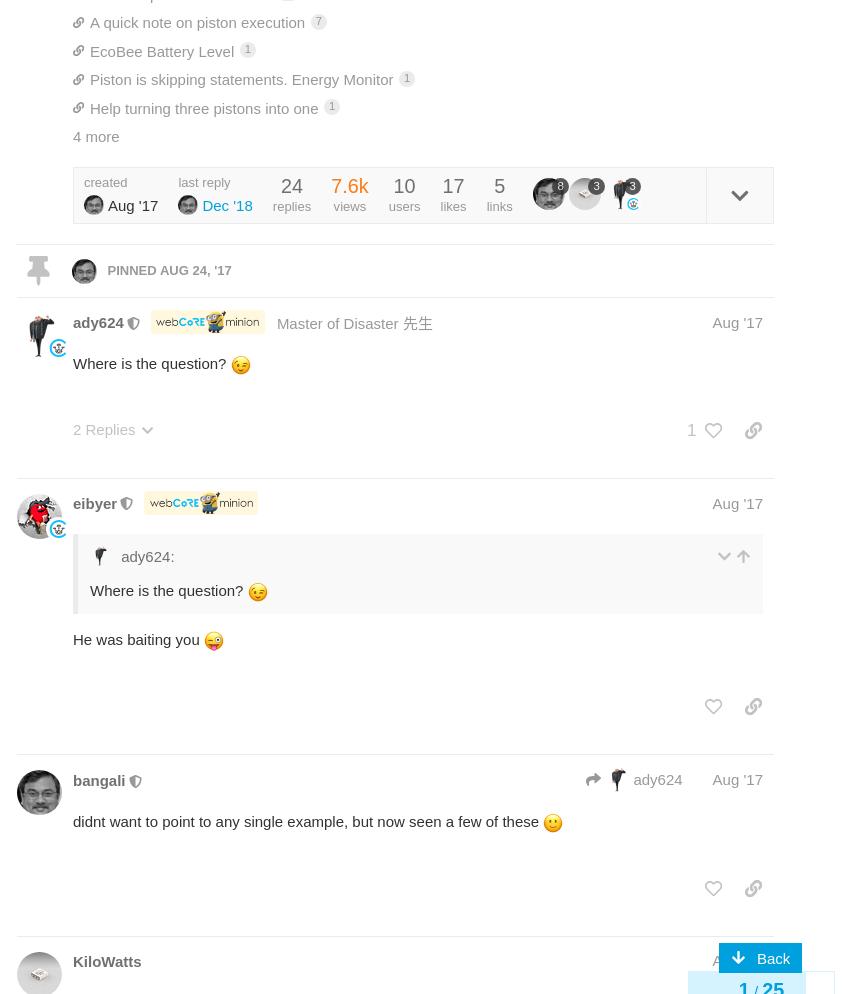 The image size is (850, 994). What do you see at coordinates (274, 321) in the screenshot?
I see `'Master of Disaster 先生'` at bounding box center [274, 321].